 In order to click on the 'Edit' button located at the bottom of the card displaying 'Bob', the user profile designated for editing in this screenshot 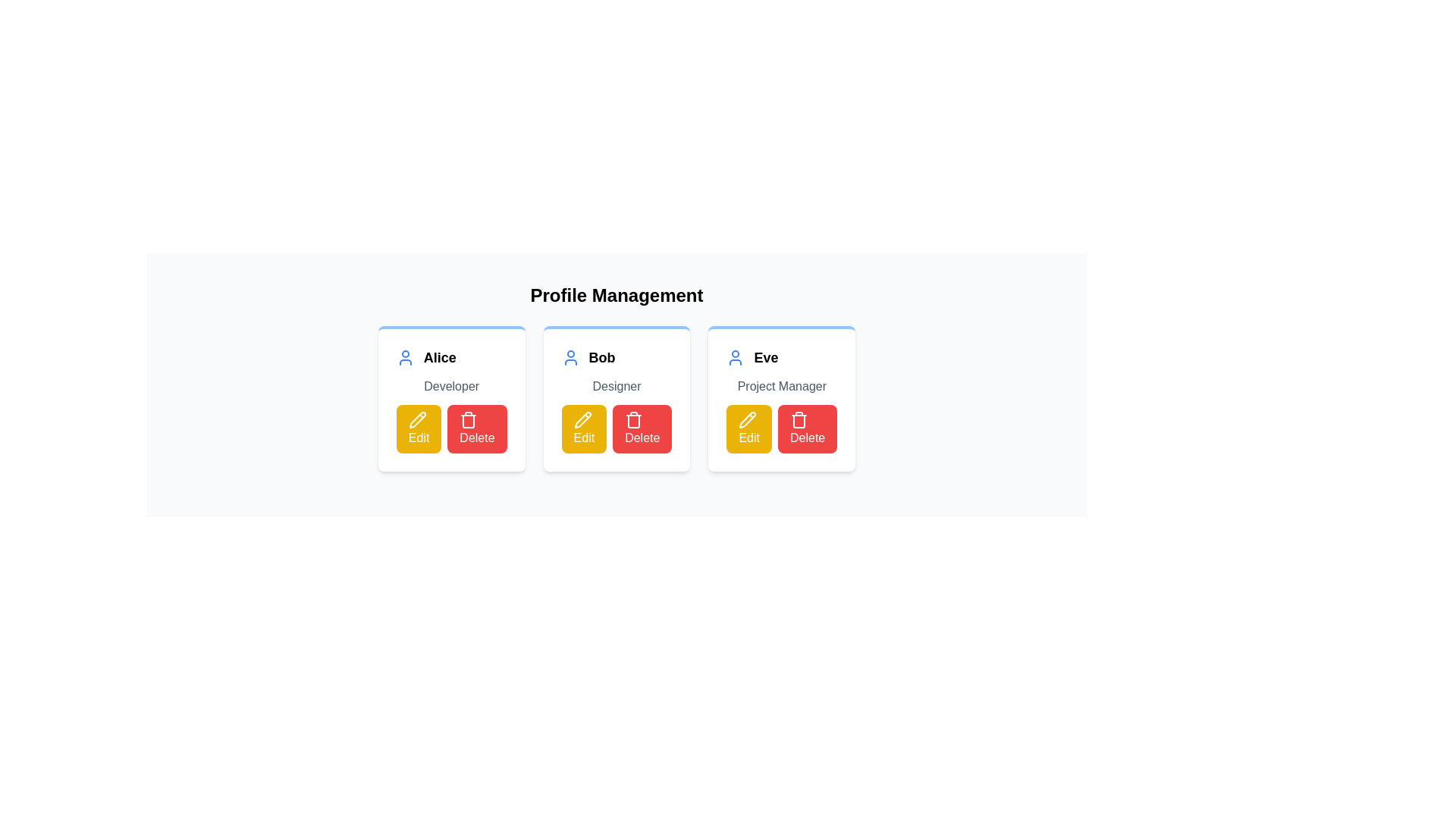, I will do `click(617, 397)`.